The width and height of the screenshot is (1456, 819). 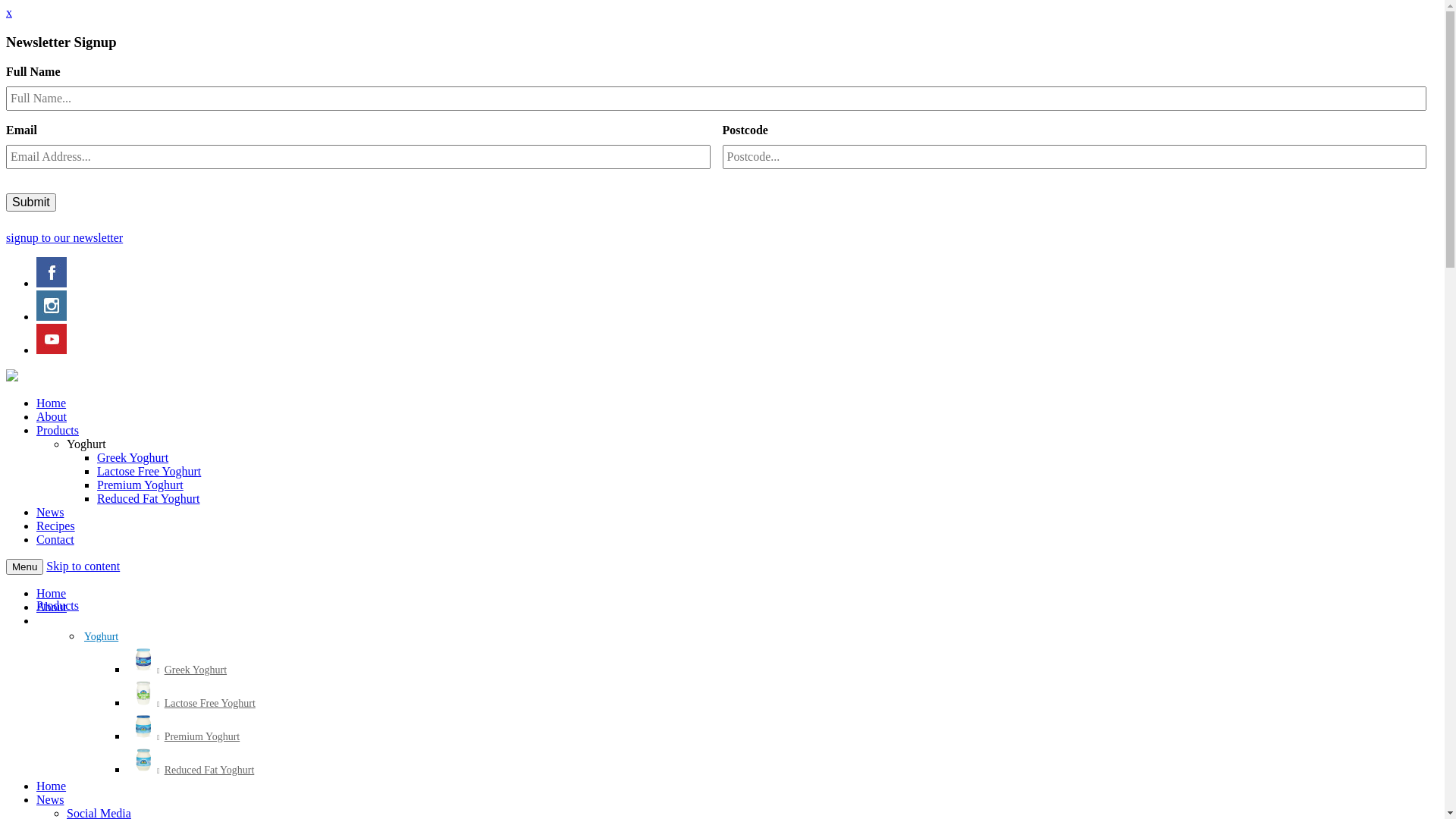 What do you see at coordinates (31, 201) in the screenshot?
I see `'Submit'` at bounding box center [31, 201].